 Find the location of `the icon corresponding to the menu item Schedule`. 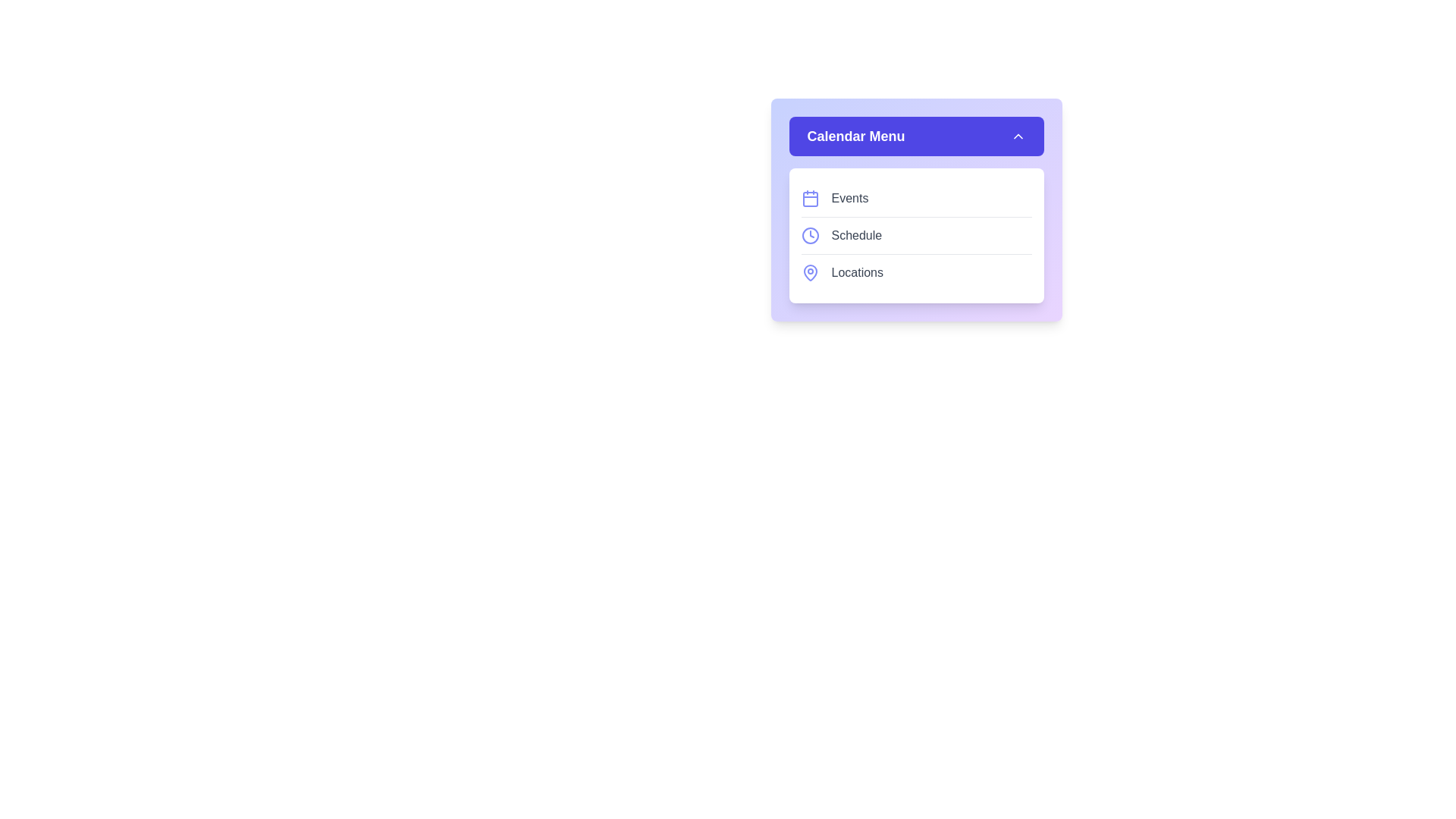

the icon corresponding to the menu item Schedule is located at coordinates (809, 236).